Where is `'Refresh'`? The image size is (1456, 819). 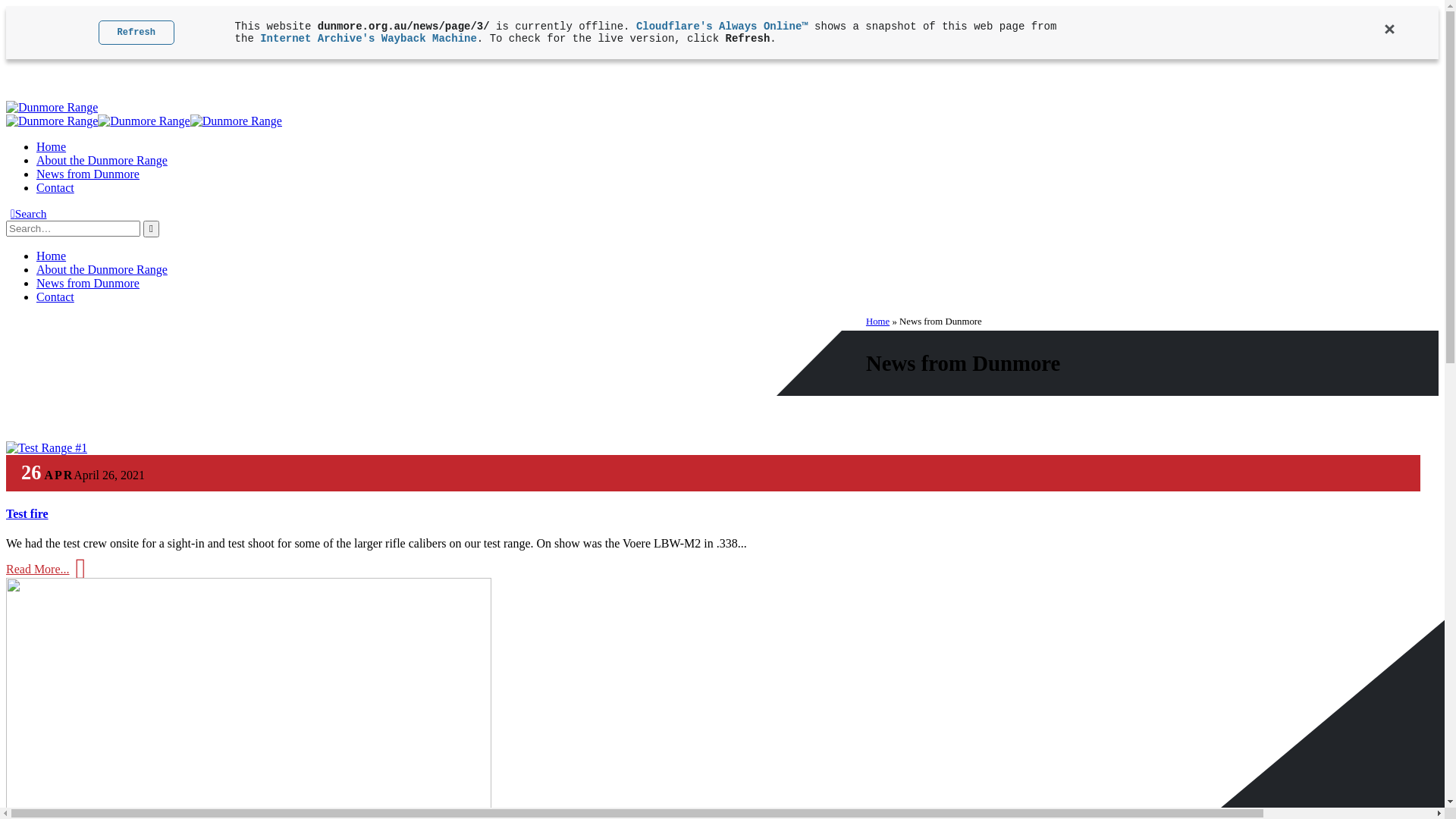 'Refresh' is located at coordinates (97, 32).